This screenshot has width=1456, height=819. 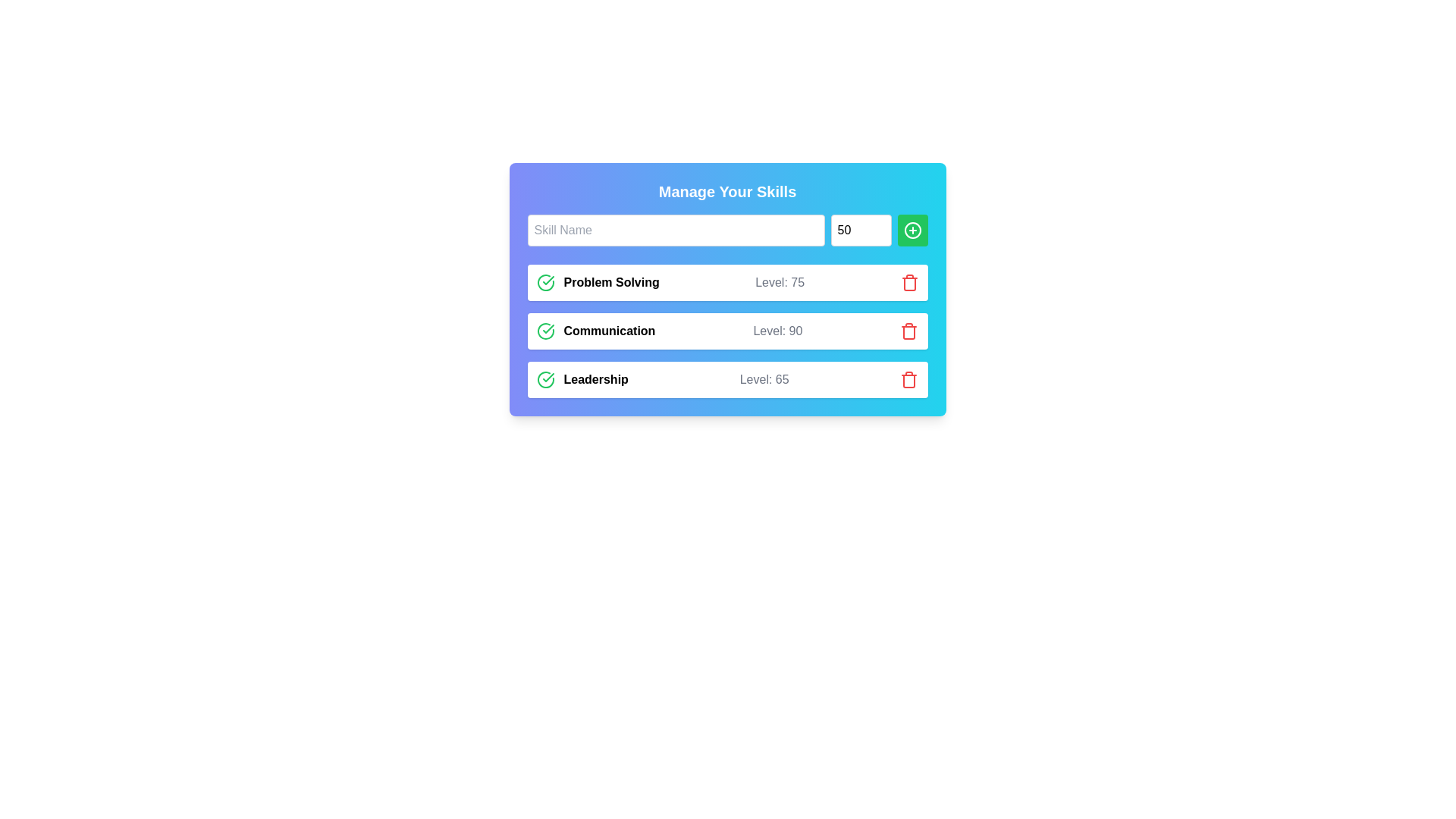 What do you see at coordinates (912, 231) in the screenshot?
I see `the circular green button with a plus symbol inside` at bounding box center [912, 231].